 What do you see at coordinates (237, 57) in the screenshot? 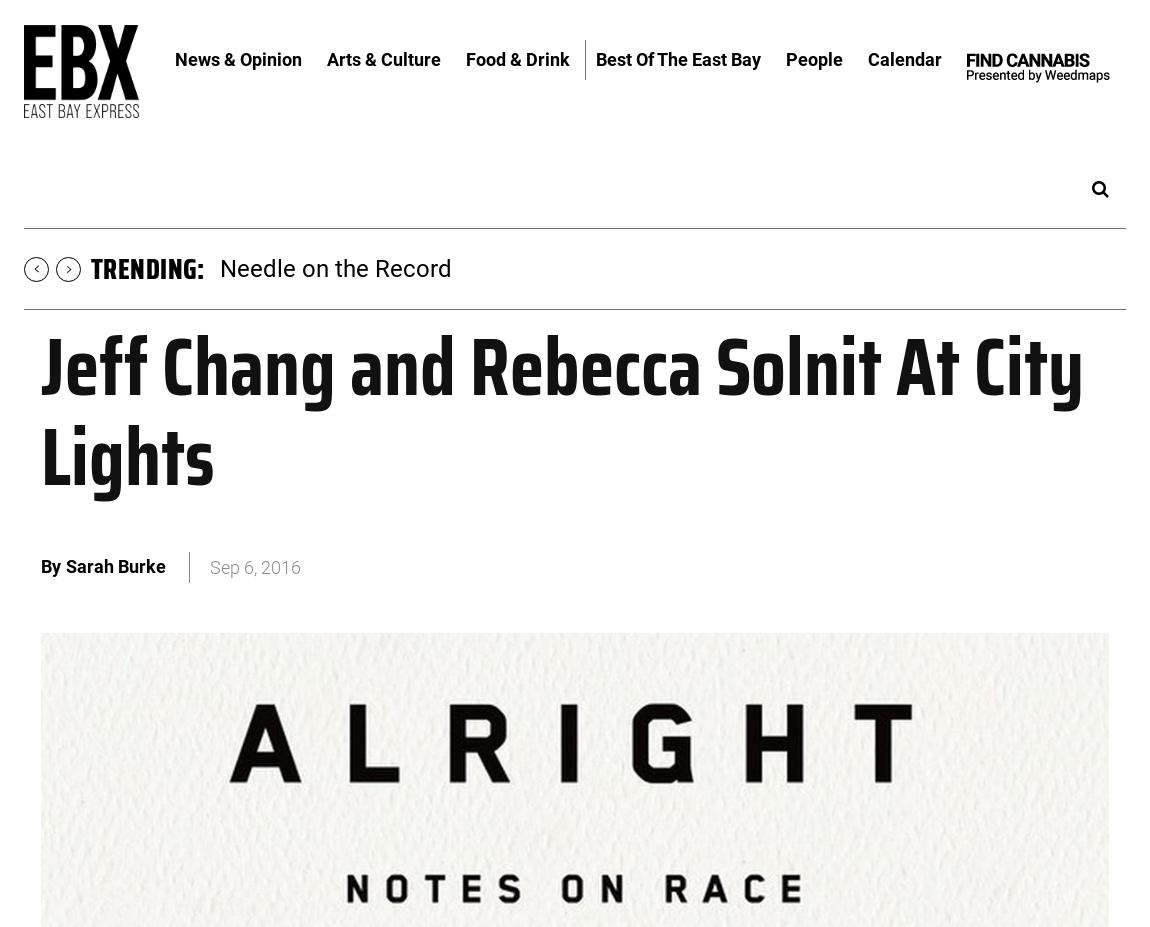
I see `'News & Opinion'` at bounding box center [237, 57].